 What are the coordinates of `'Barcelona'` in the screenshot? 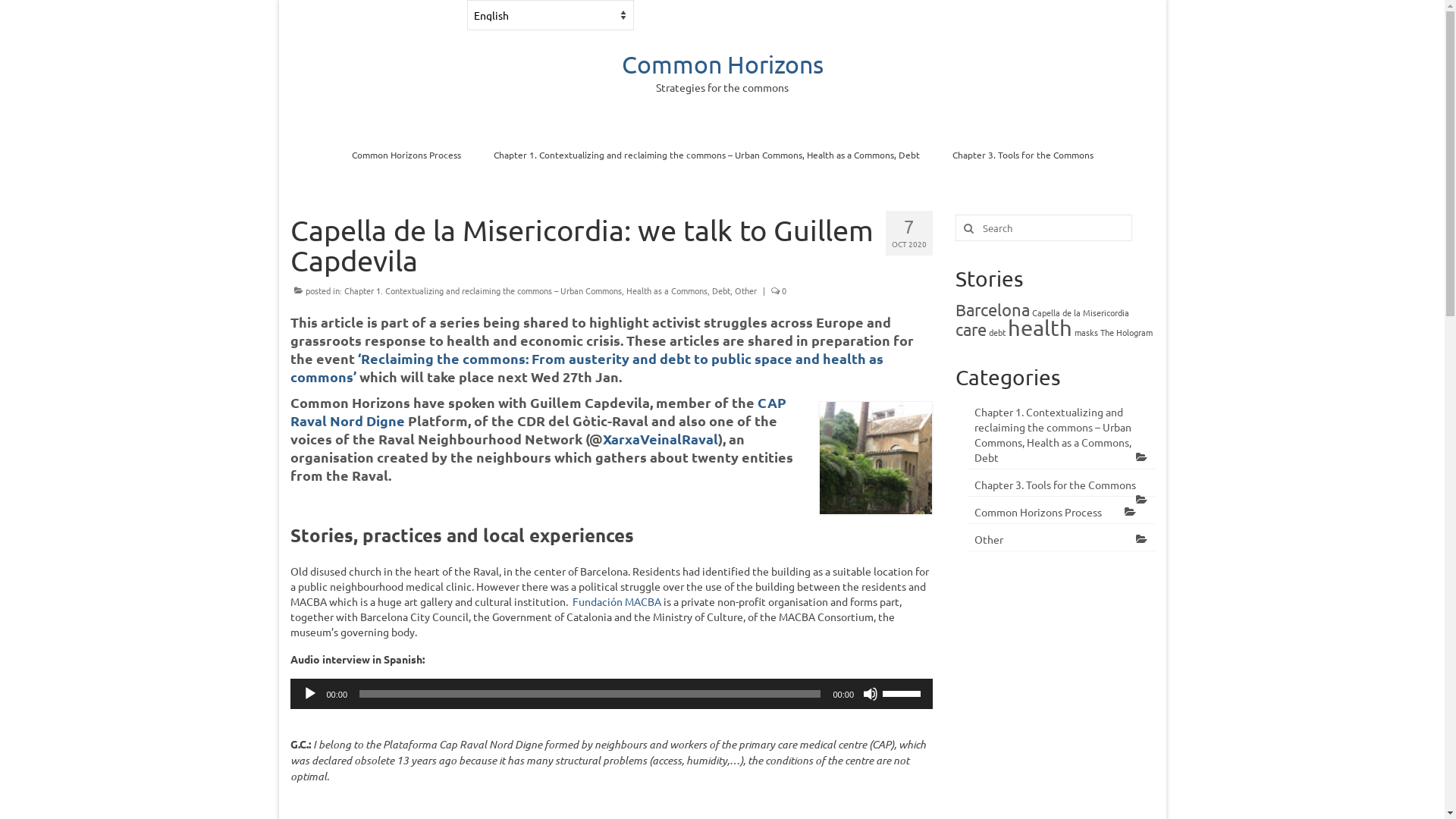 It's located at (993, 309).